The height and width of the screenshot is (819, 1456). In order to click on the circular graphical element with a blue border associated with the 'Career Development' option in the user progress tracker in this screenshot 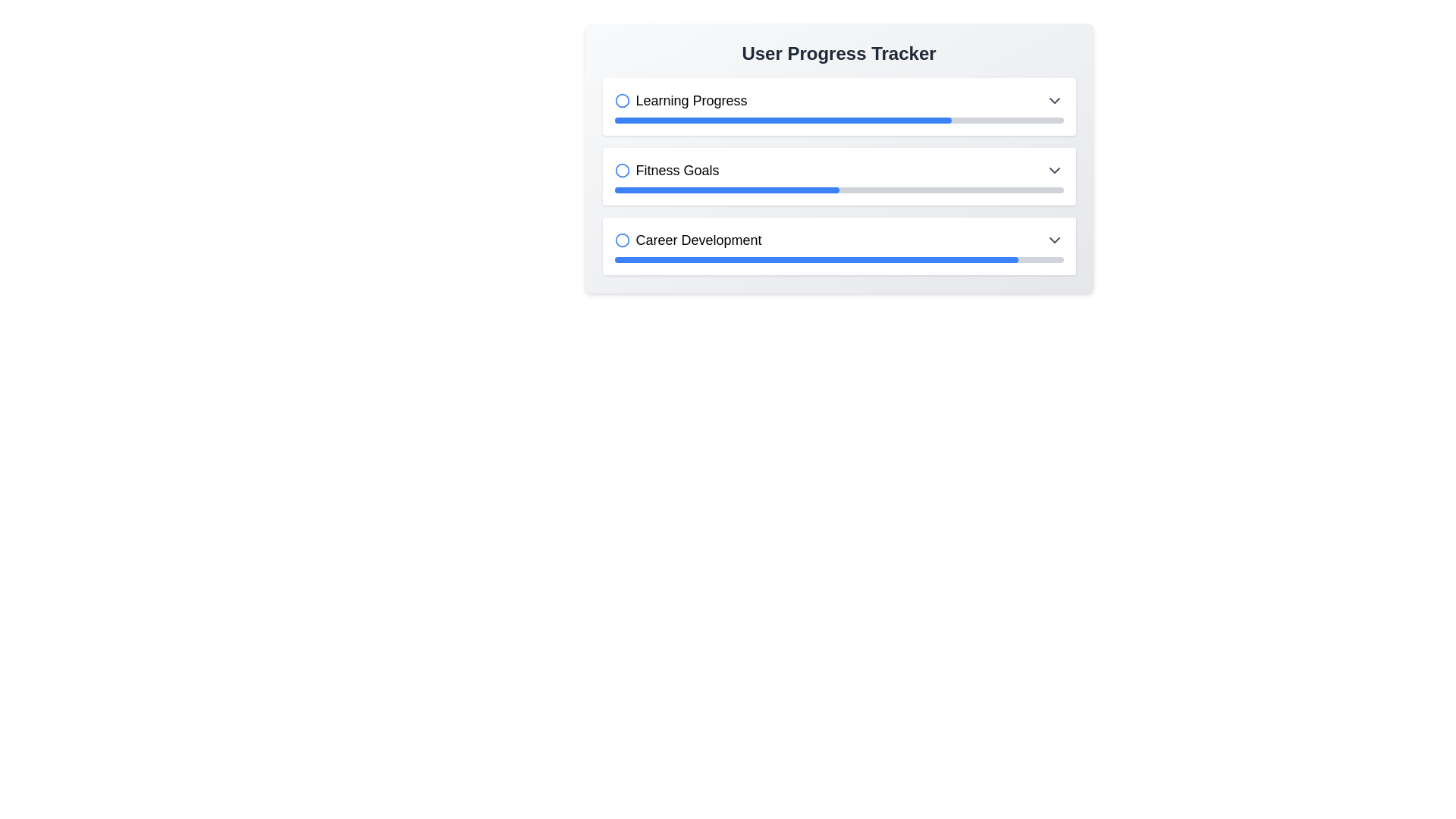, I will do `click(622, 239)`.